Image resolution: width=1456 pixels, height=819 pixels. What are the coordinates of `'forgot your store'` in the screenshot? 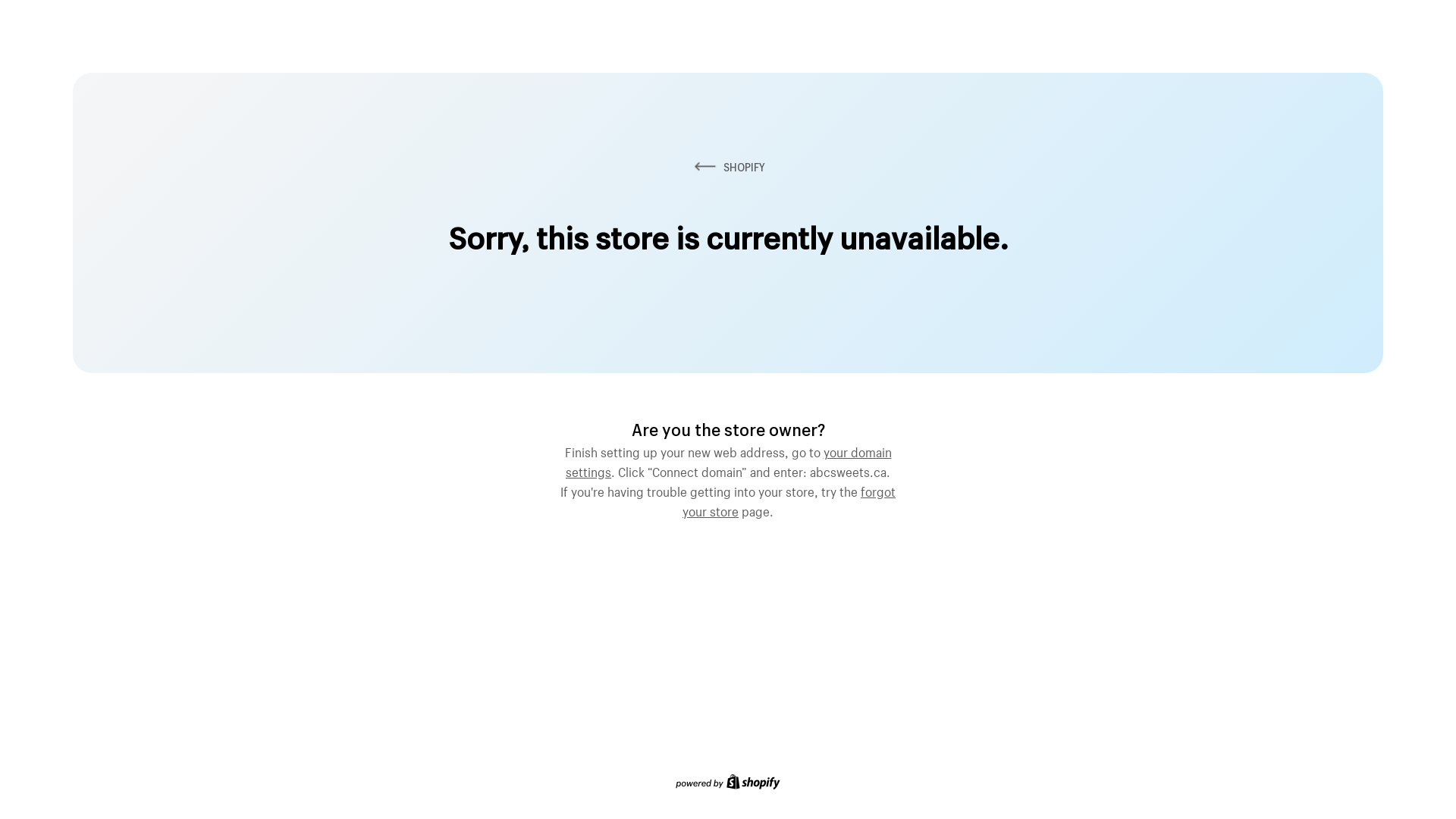 It's located at (789, 500).